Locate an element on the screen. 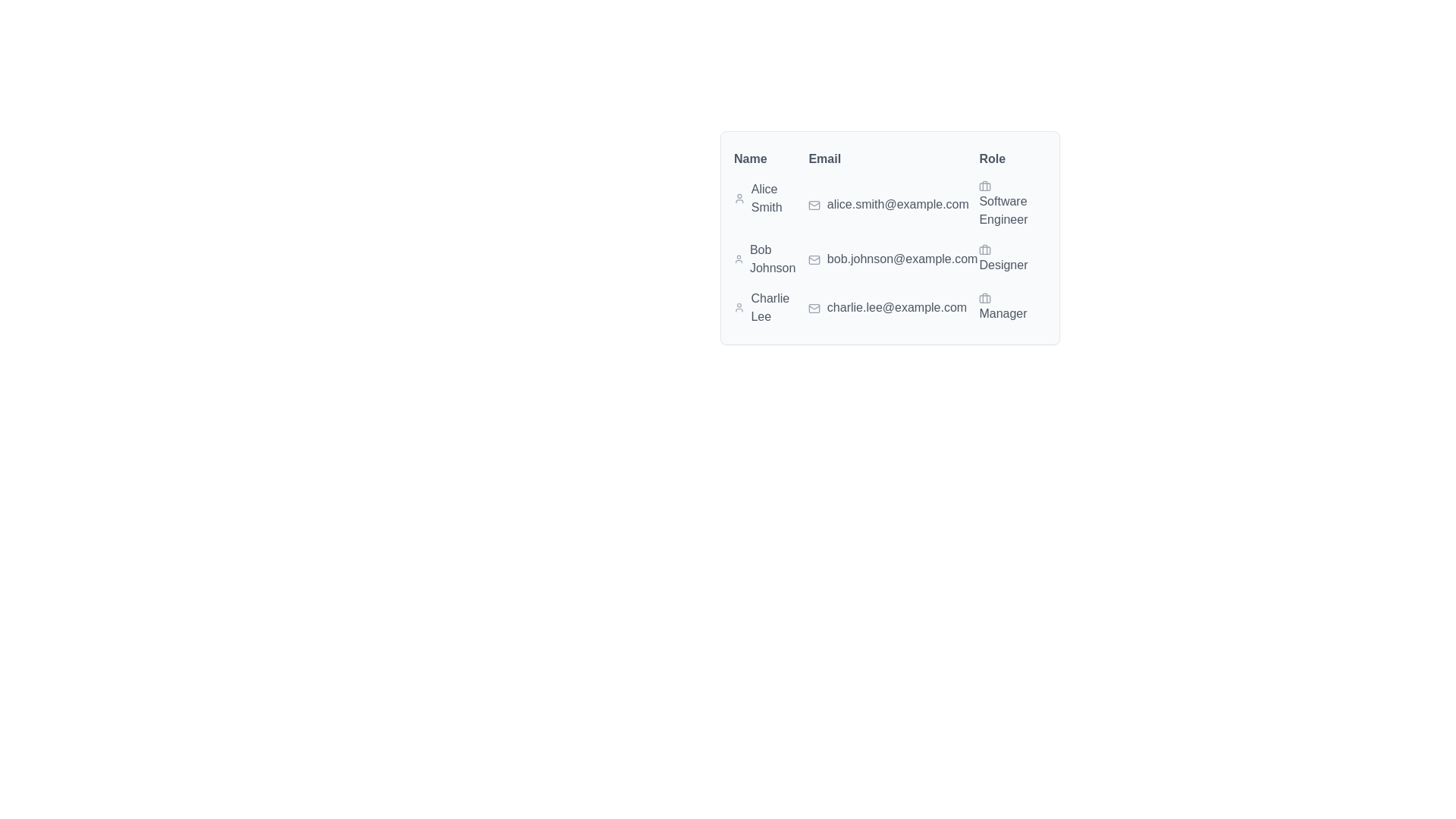 The height and width of the screenshot is (819, 1456). the second row of the contact list to edit the individual's contact and role information, which includes details for Alice Smith and Charlie Lee is located at coordinates (890, 259).